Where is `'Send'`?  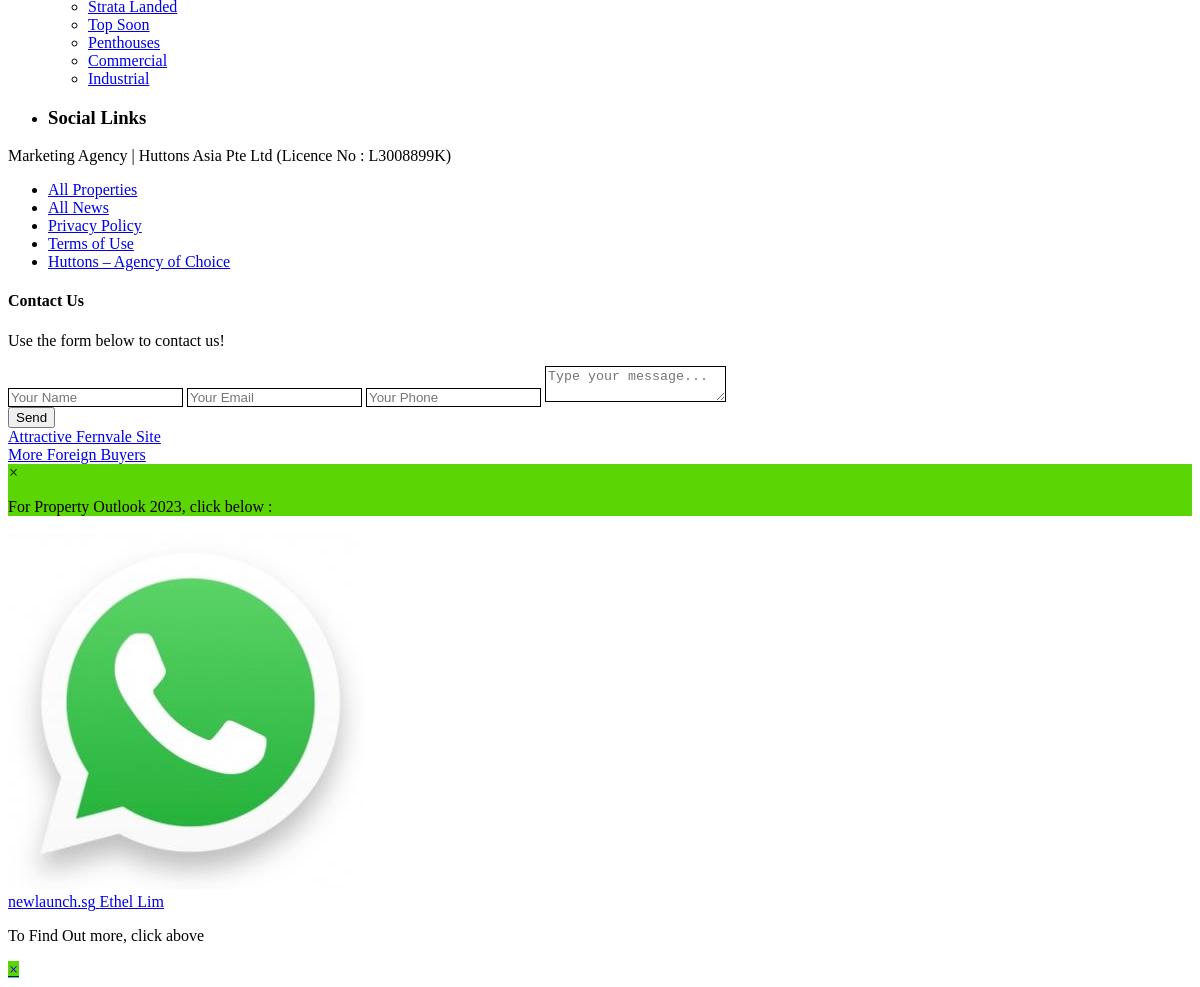 'Send' is located at coordinates (31, 416).